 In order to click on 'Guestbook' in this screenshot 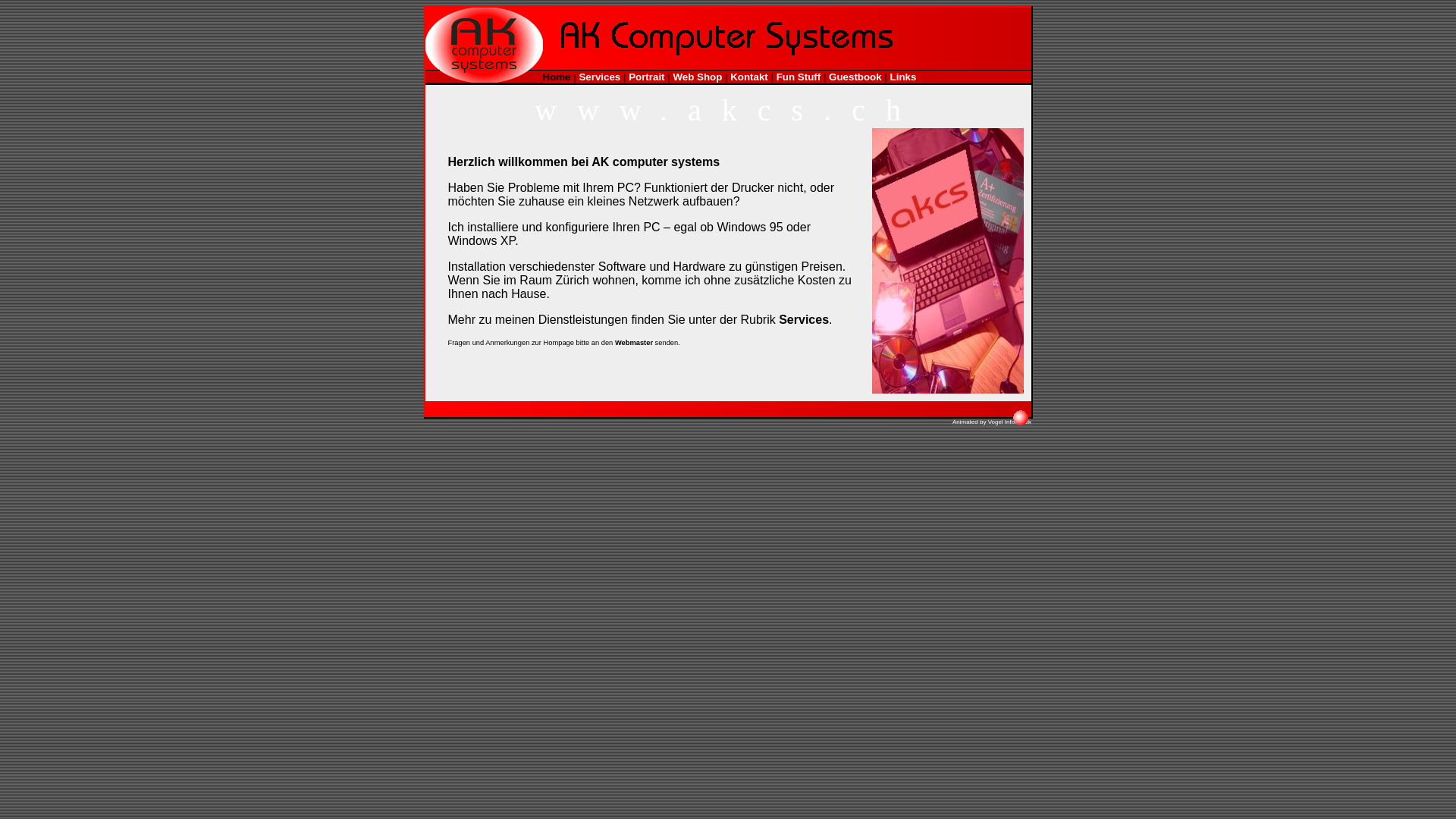, I will do `click(855, 77)`.